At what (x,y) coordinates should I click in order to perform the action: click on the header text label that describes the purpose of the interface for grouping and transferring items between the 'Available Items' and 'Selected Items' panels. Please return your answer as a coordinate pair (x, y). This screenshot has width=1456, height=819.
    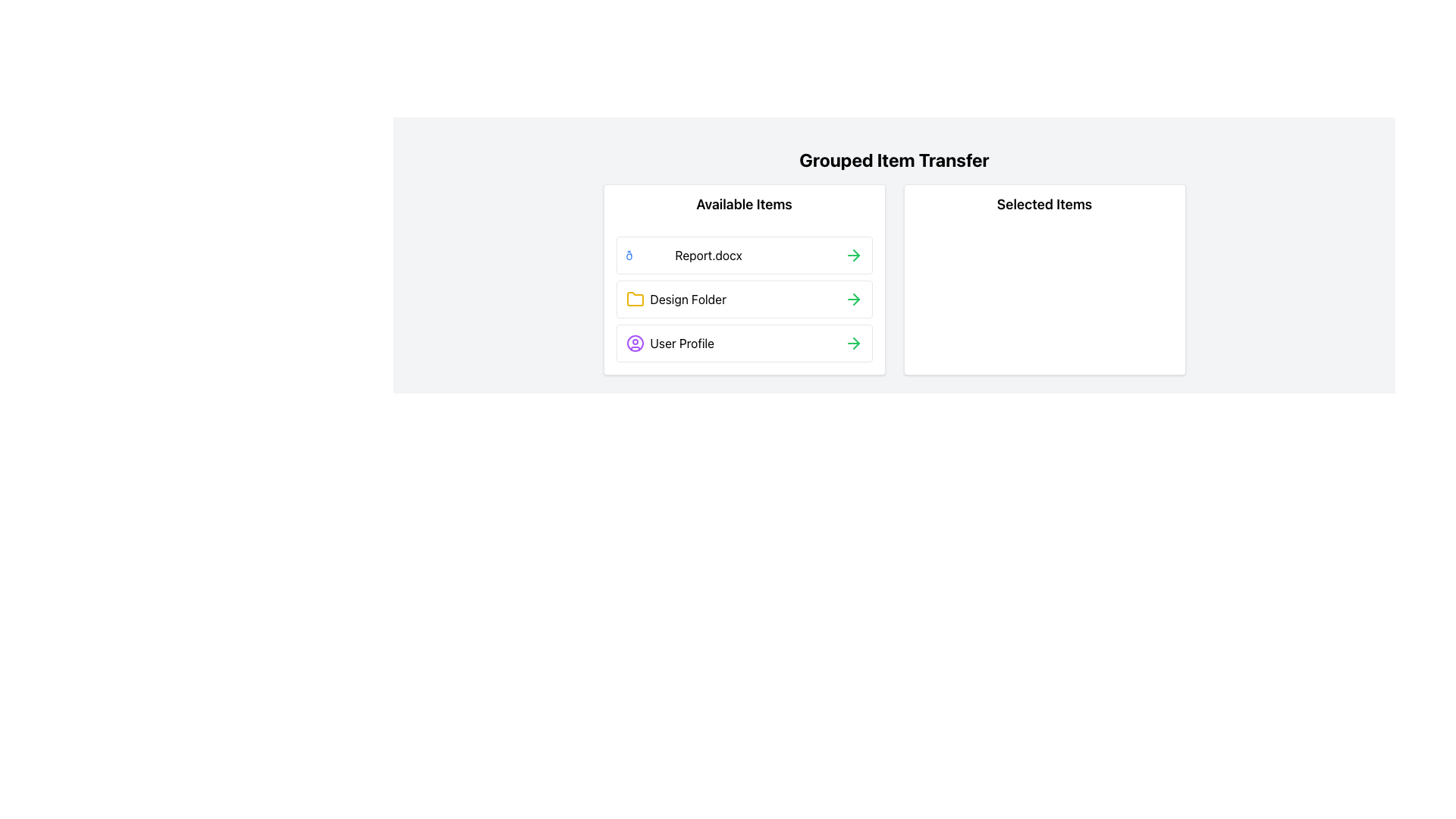
    Looking at the image, I should click on (894, 160).